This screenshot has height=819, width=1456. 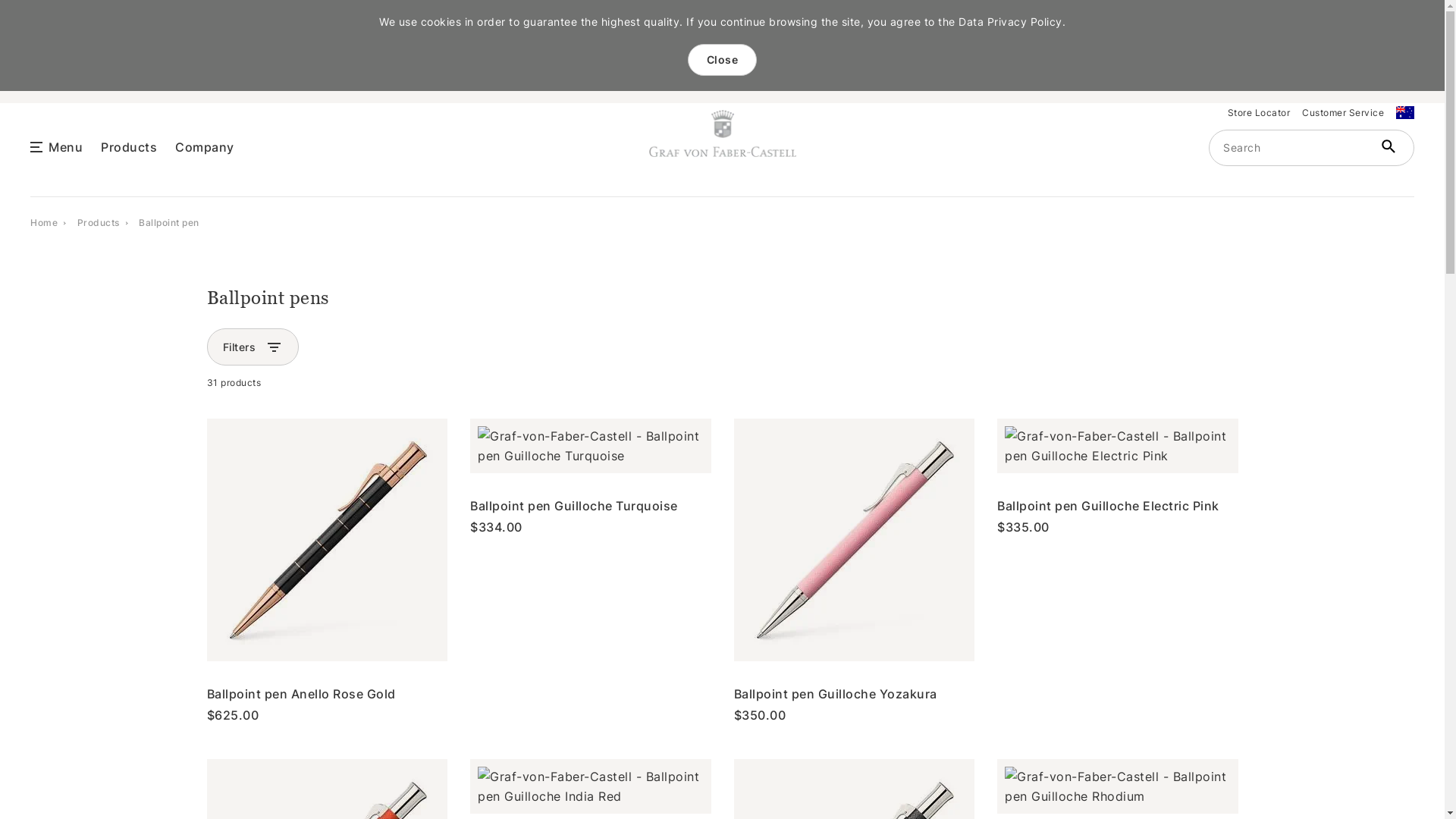 I want to click on 'Close', so click(x=722, y=58).